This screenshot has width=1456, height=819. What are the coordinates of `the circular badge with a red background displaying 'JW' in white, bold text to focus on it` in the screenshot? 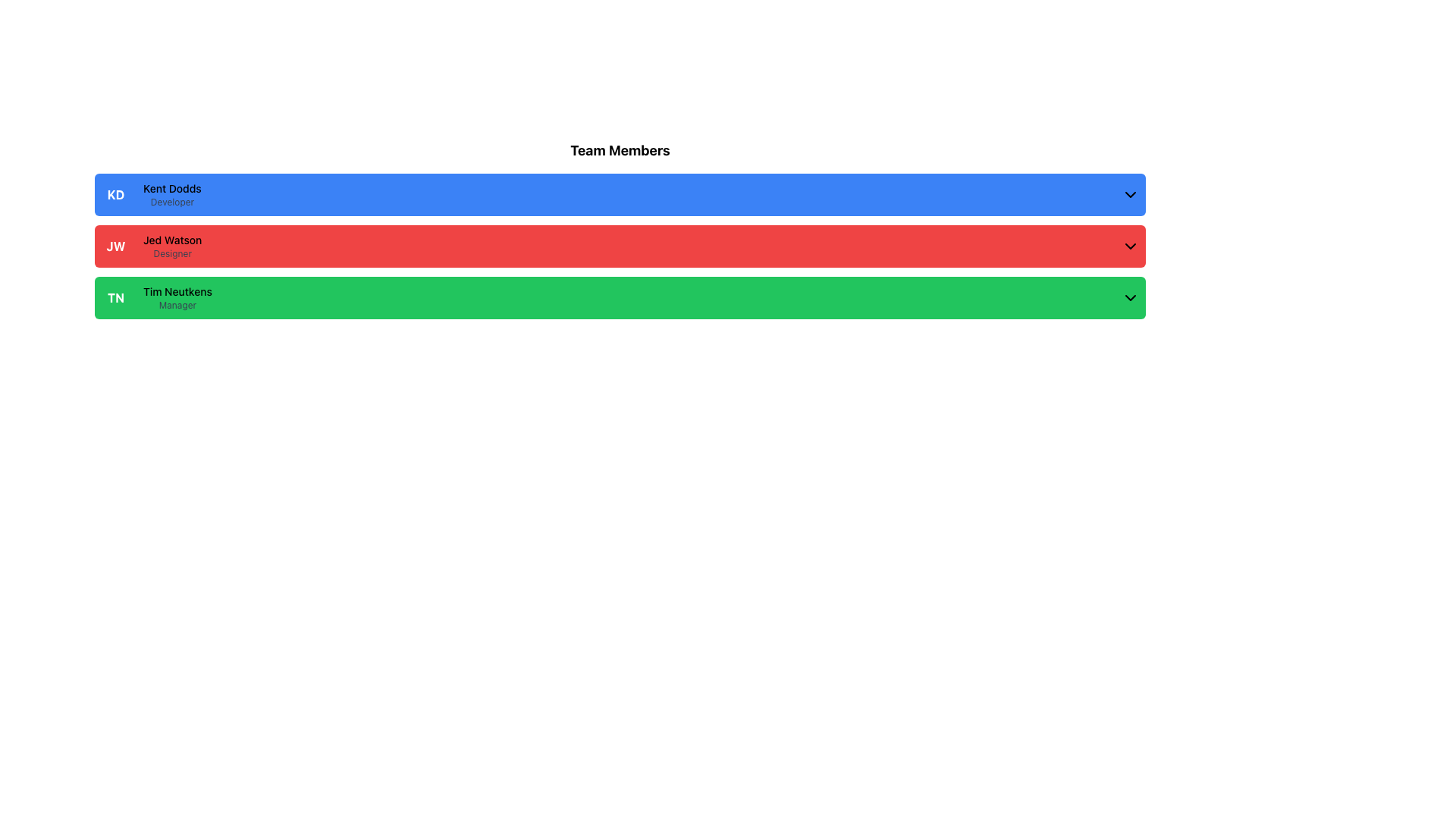 It's located at (115, 245).